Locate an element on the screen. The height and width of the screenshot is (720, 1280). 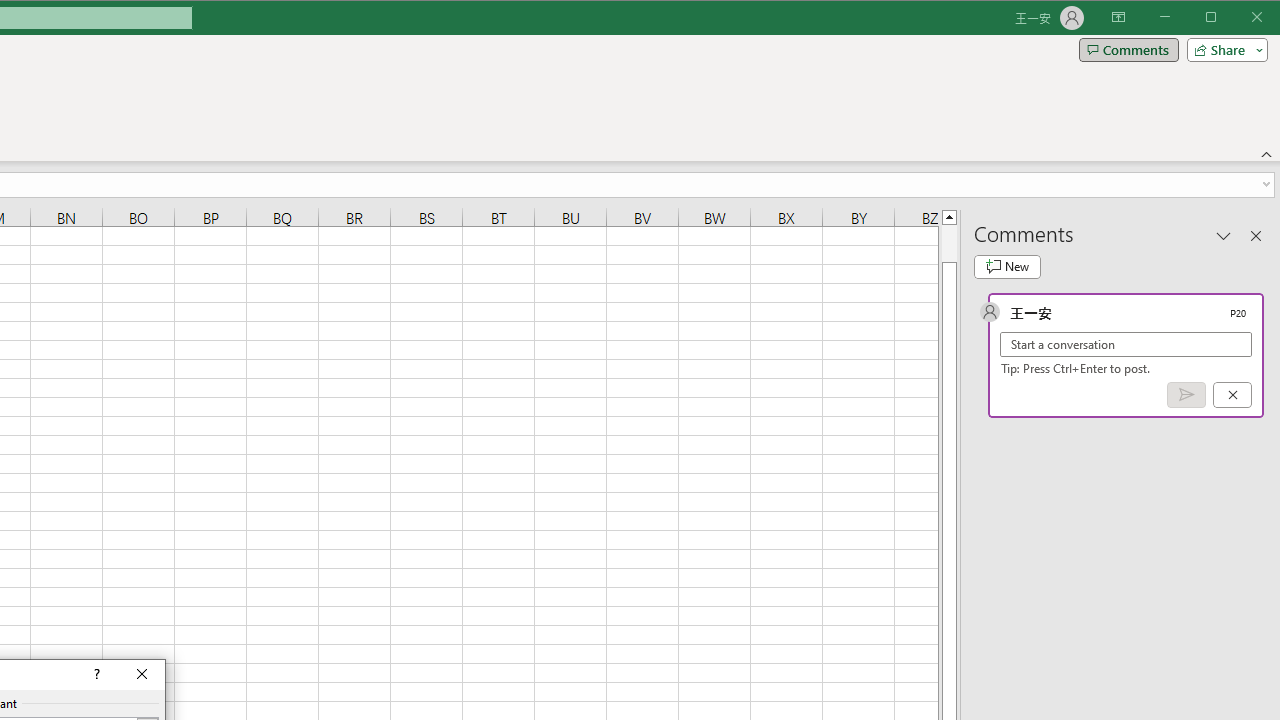
'New comment' is located at coordinates (1007, 266).